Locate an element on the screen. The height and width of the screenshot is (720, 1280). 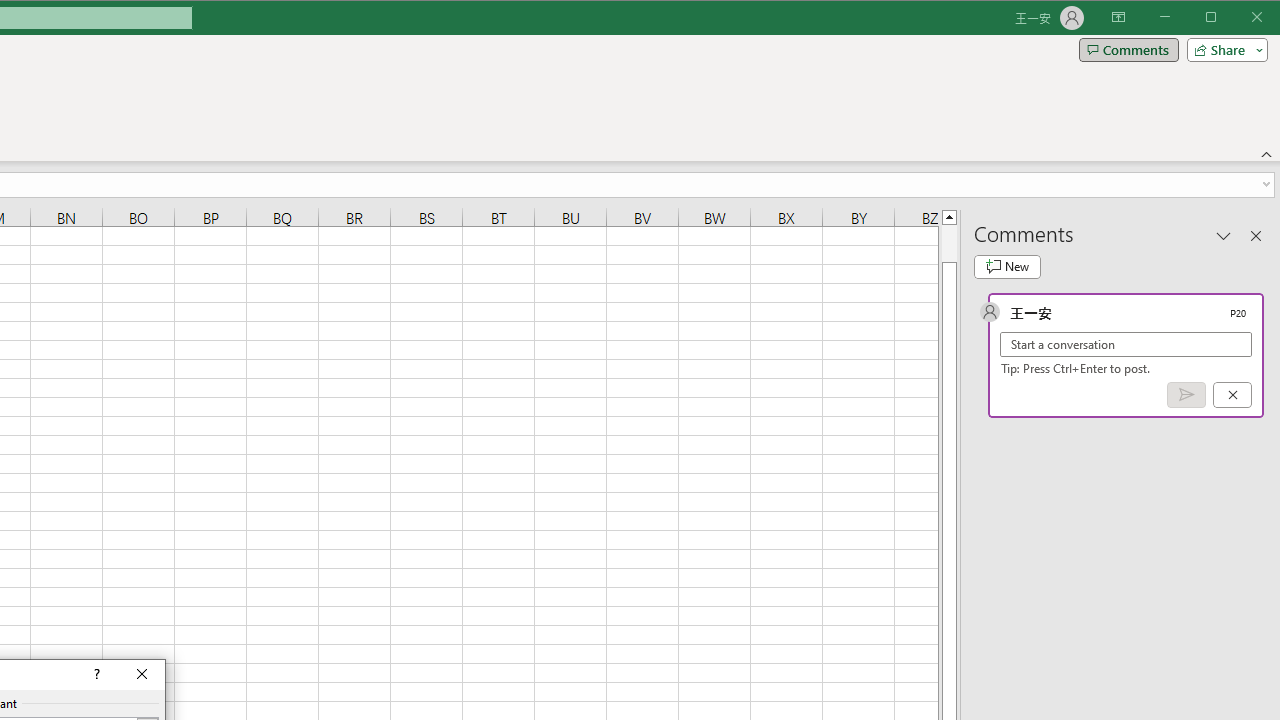
'New comment' is located at coordinates (1007, 266).